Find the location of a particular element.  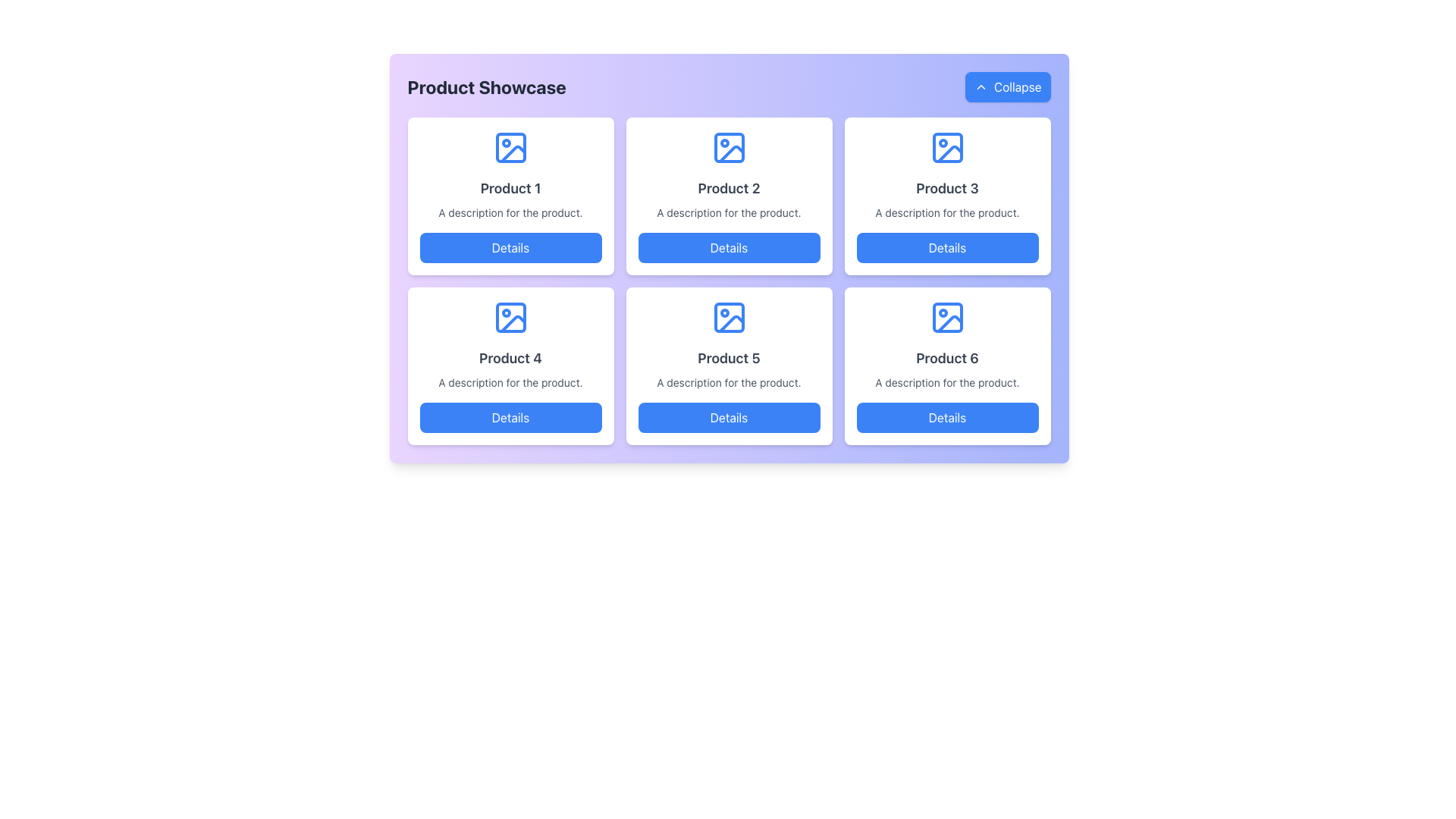

the 'Details' button with white text on a blue background located in the 'Product 6' card in the bottom-right corner of the grid is located at coordinates (946, 418).